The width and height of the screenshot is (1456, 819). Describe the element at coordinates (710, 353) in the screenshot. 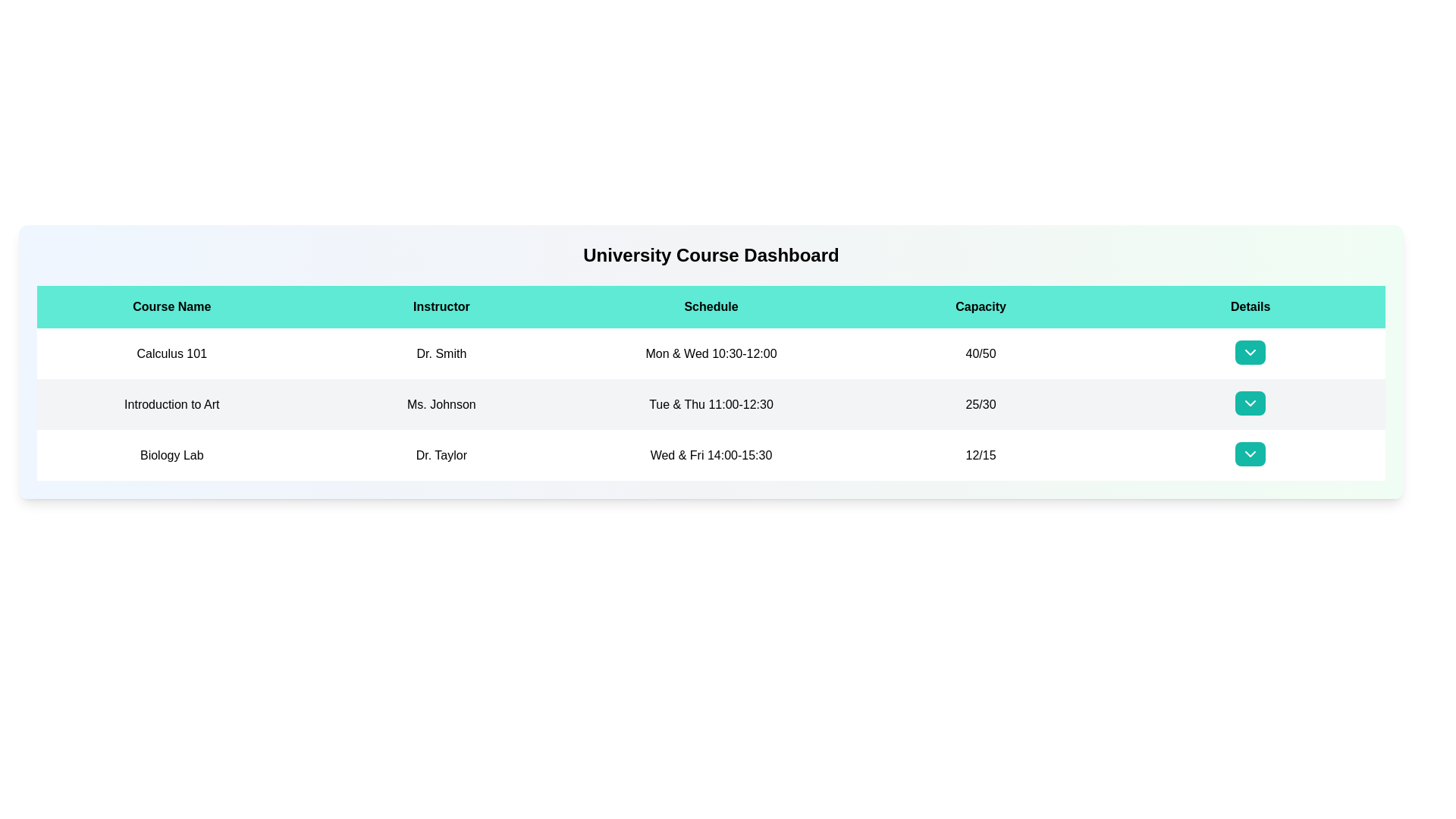

I see `the first row of the university courses table, which displays 'Calculus 101' and is styled with alternating background colors` at that location.